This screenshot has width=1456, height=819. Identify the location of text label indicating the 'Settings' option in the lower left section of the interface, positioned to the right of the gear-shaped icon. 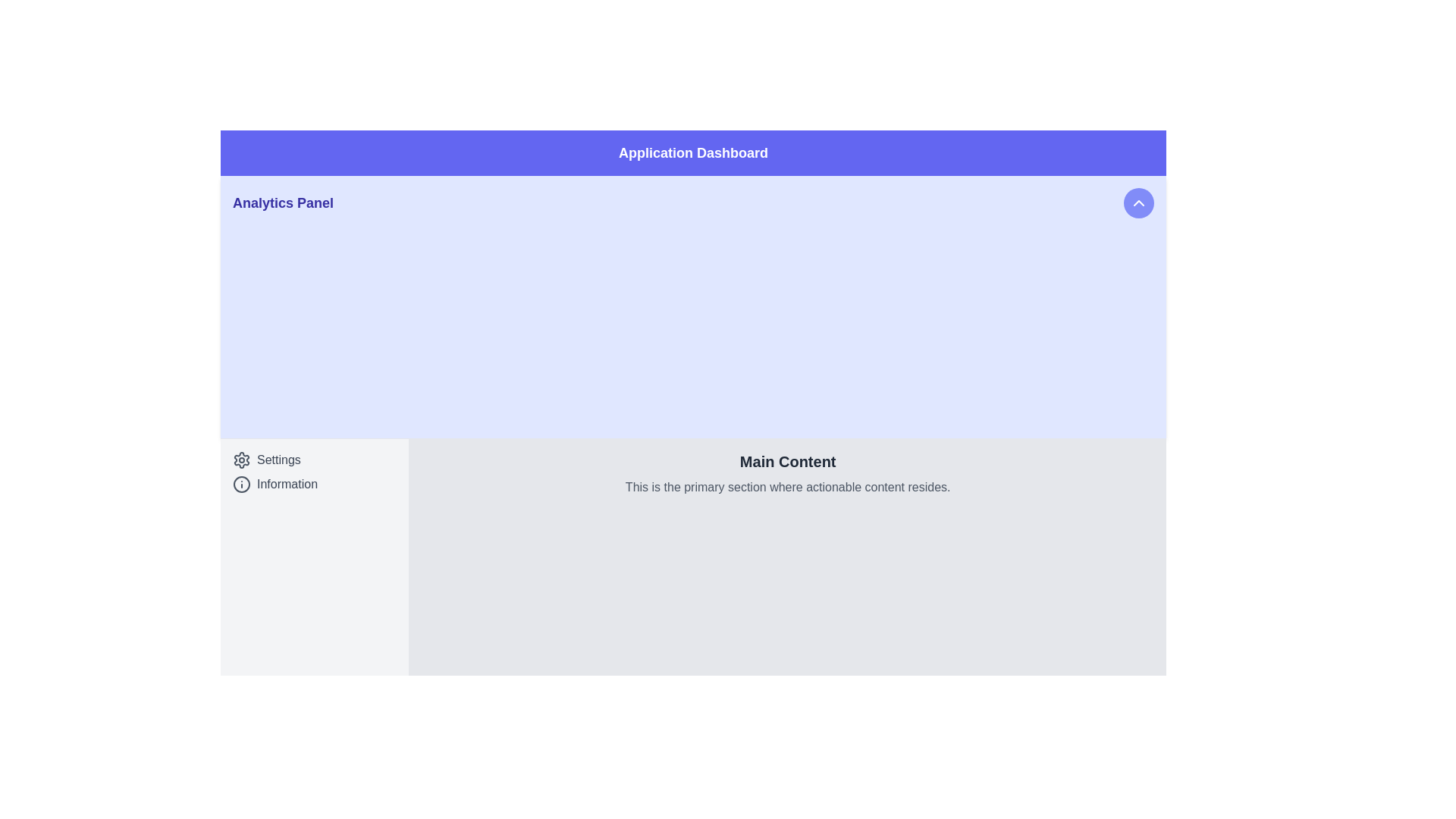
(278, 459).